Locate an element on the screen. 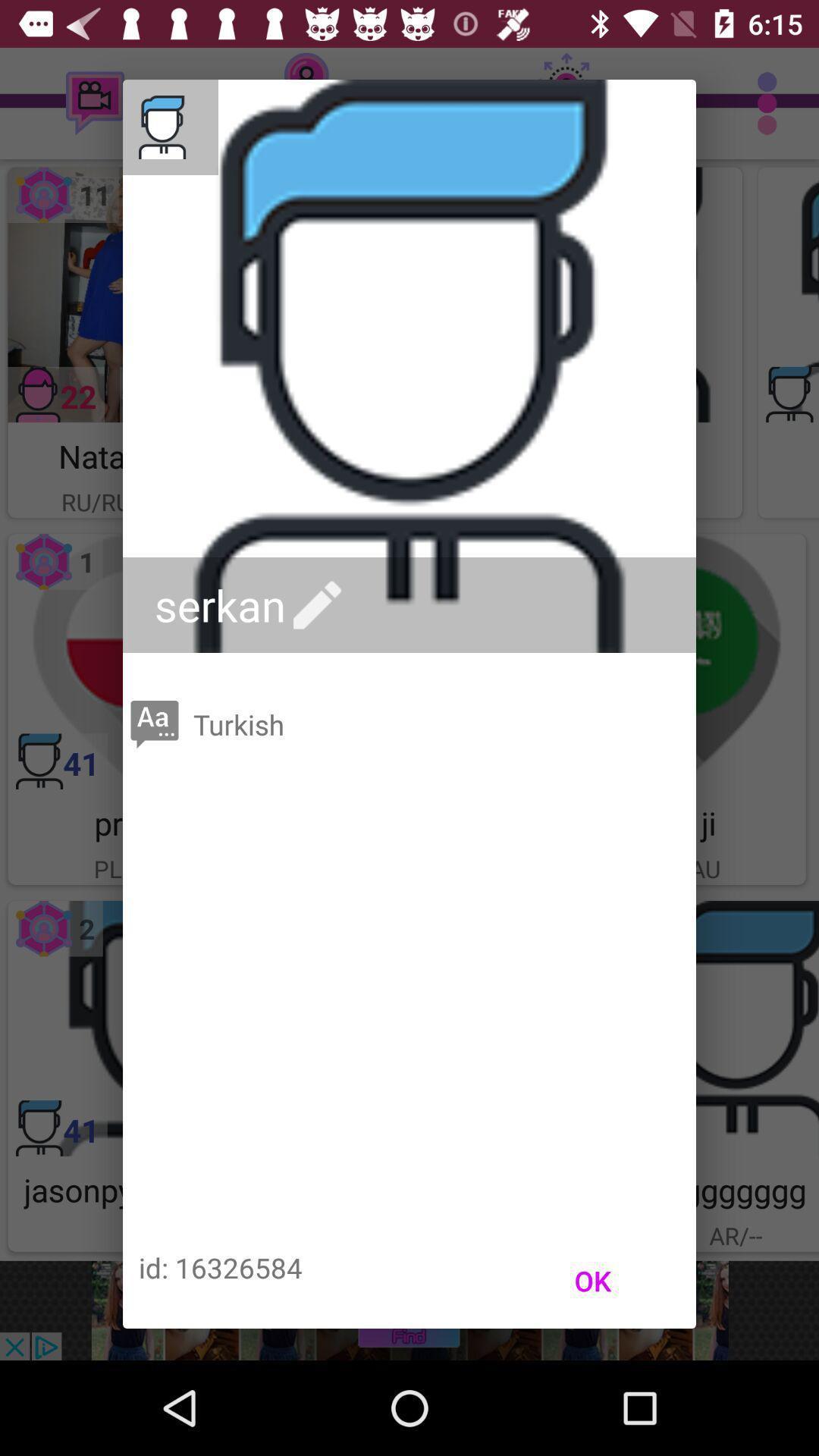  ok icon is located at coordinates (591, 1280).